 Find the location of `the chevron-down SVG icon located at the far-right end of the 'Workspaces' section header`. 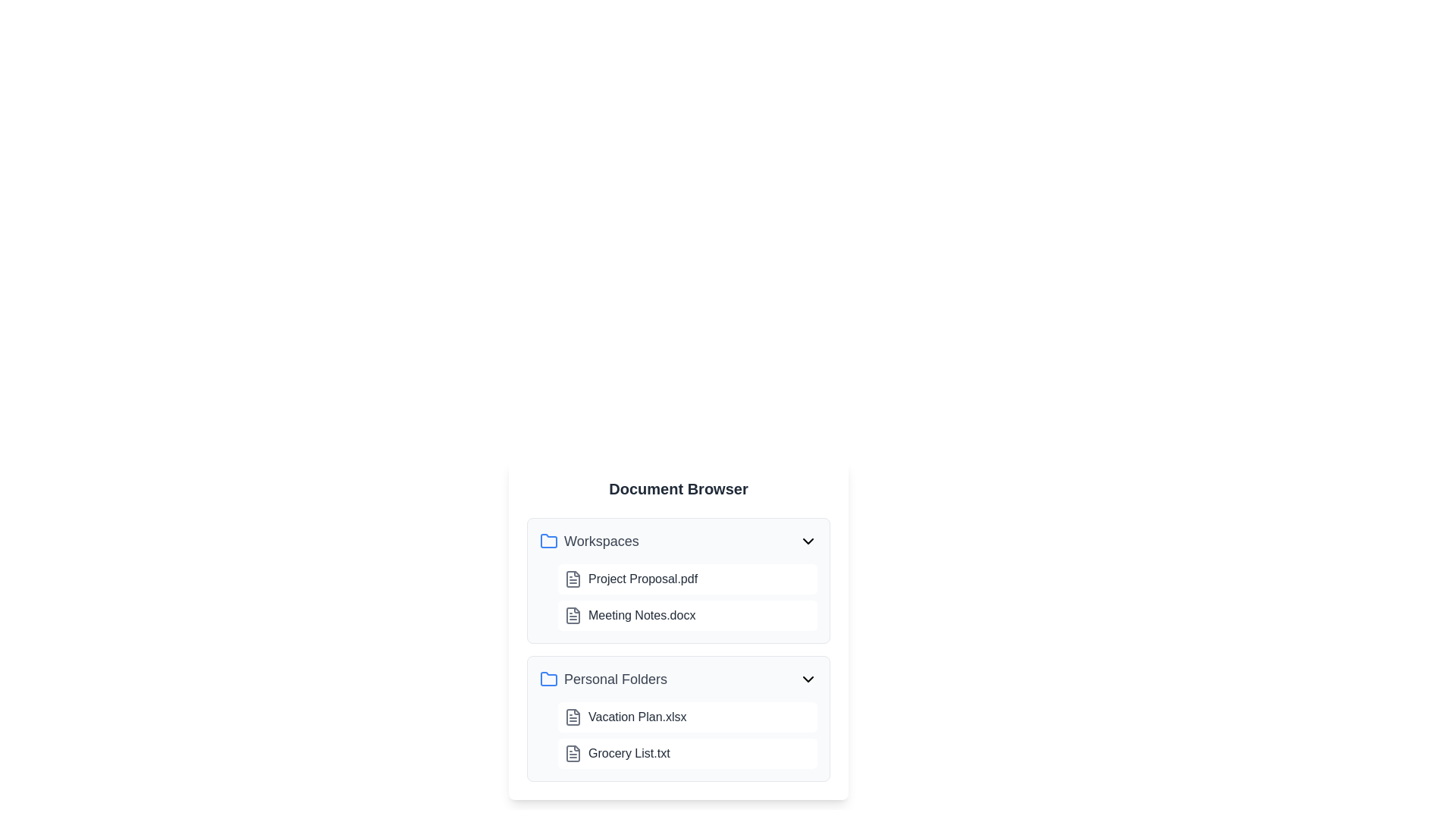

the chevron-down SVG icon located at the far-right end of the 'Workspaces' section header is located at coordinates (807, 540).